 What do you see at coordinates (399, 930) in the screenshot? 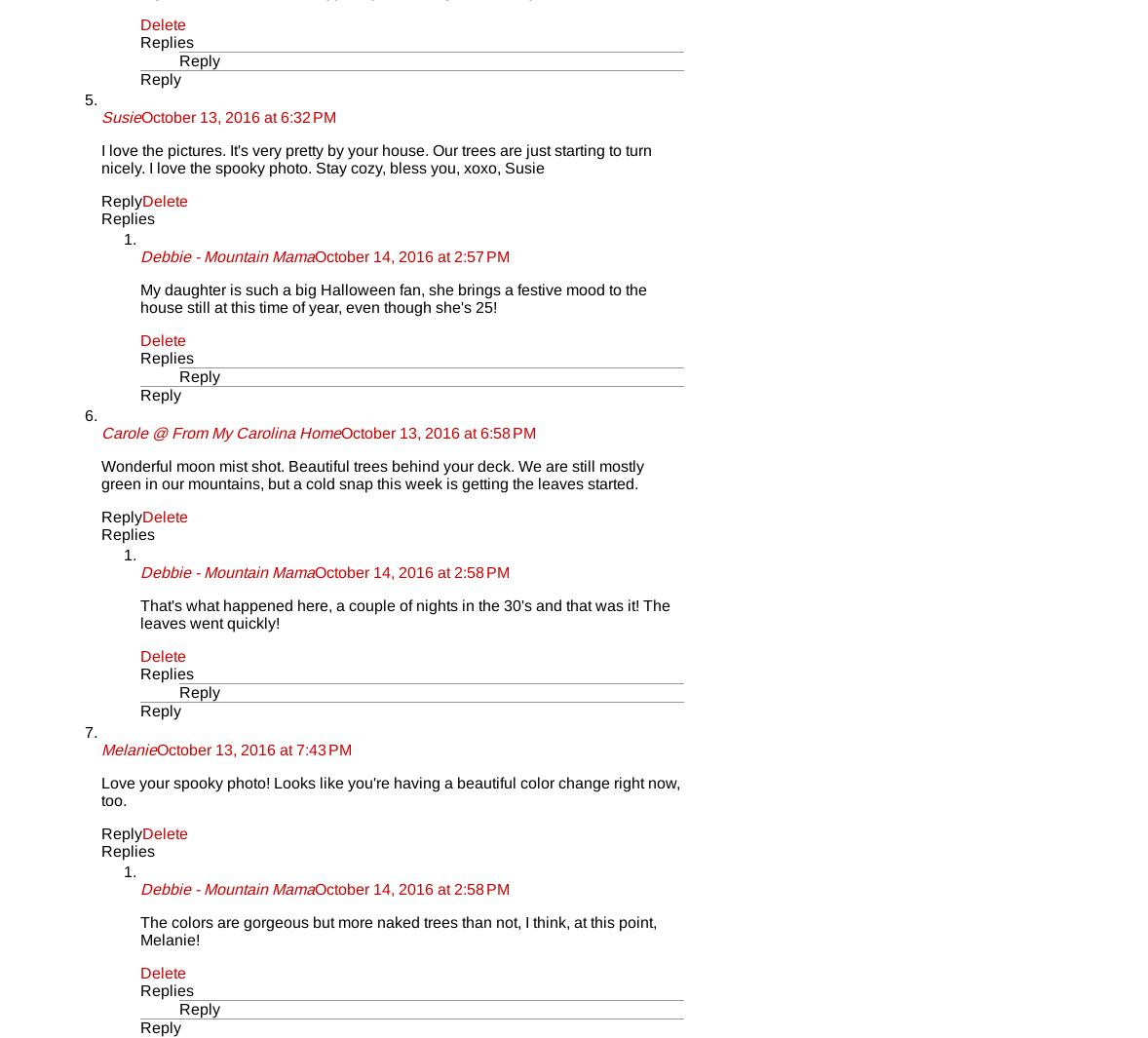
I see `'The colors are gorgeous but more naked trees than not, I think, at this point, Melanie!'` at bounding box center [399, 930].